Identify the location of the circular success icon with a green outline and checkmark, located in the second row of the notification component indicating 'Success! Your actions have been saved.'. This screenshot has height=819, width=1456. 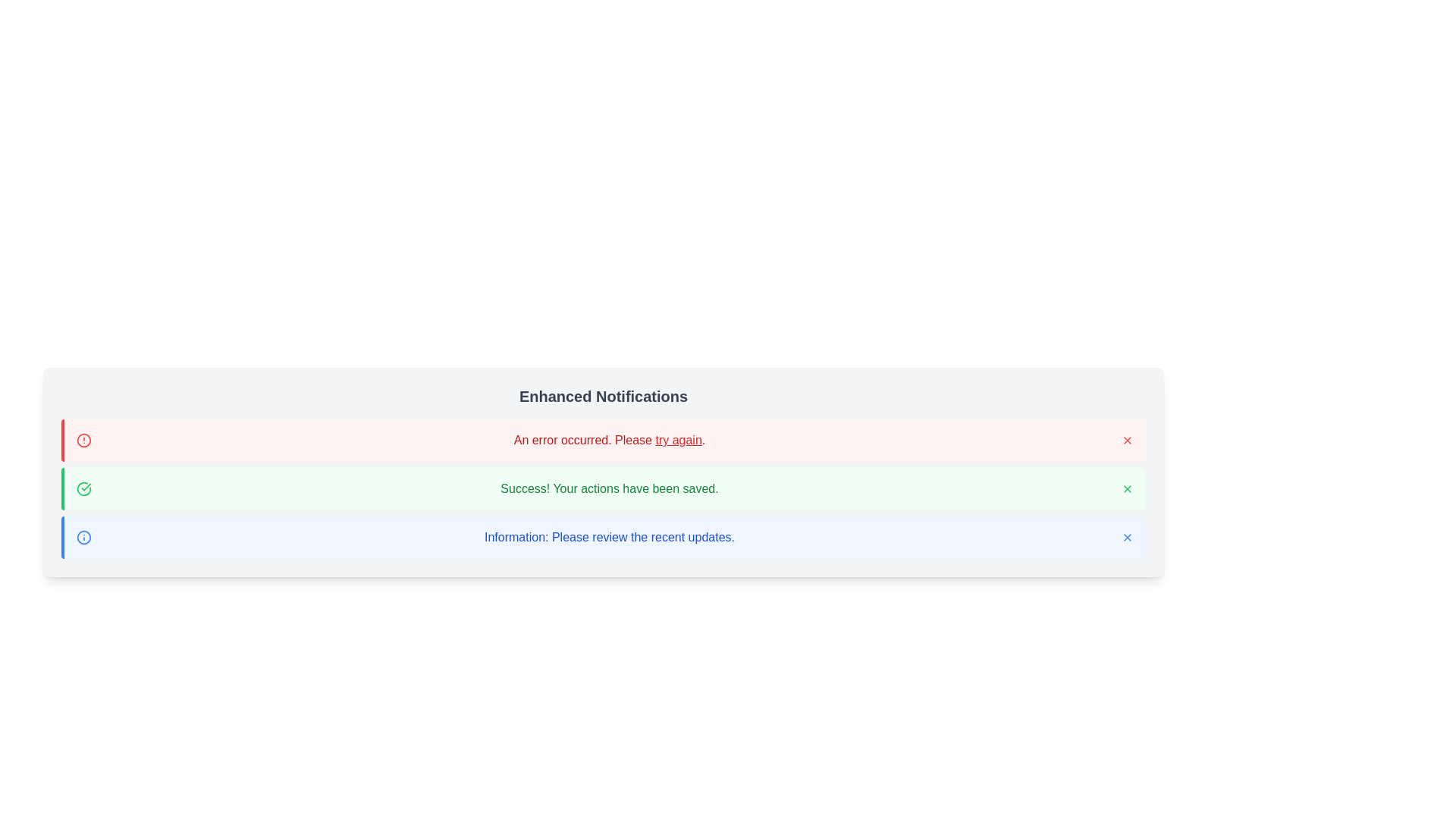
(83, 488).